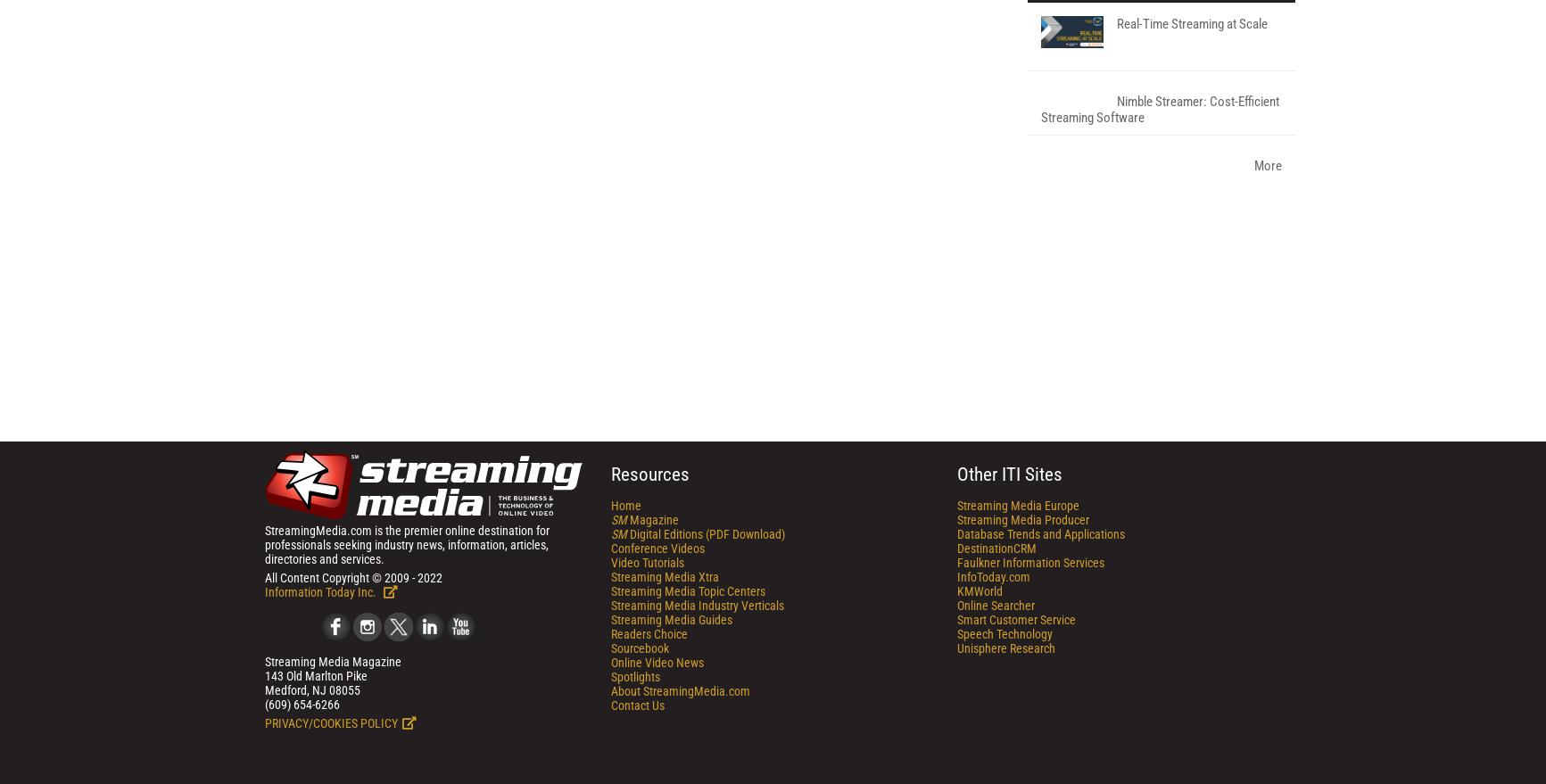 The image size is (1546, 784). I want to click on 'Streaming Media Europe', so click(1016, 738).